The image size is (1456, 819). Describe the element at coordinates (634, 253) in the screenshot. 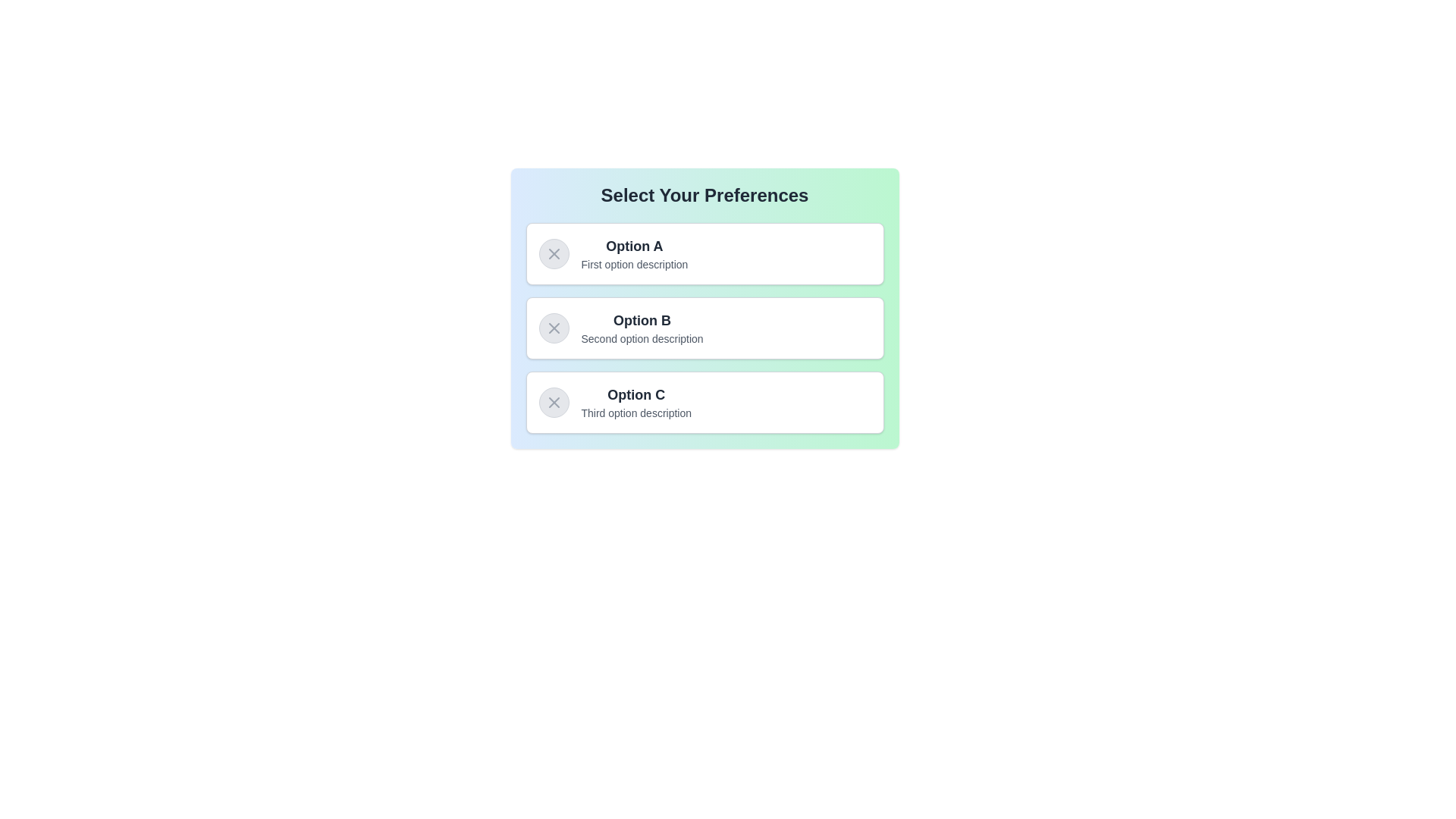

I see `the Label or Text Display located beneath the header 'Select Your Preferences', serving as the first option in the vertical list` at that location.